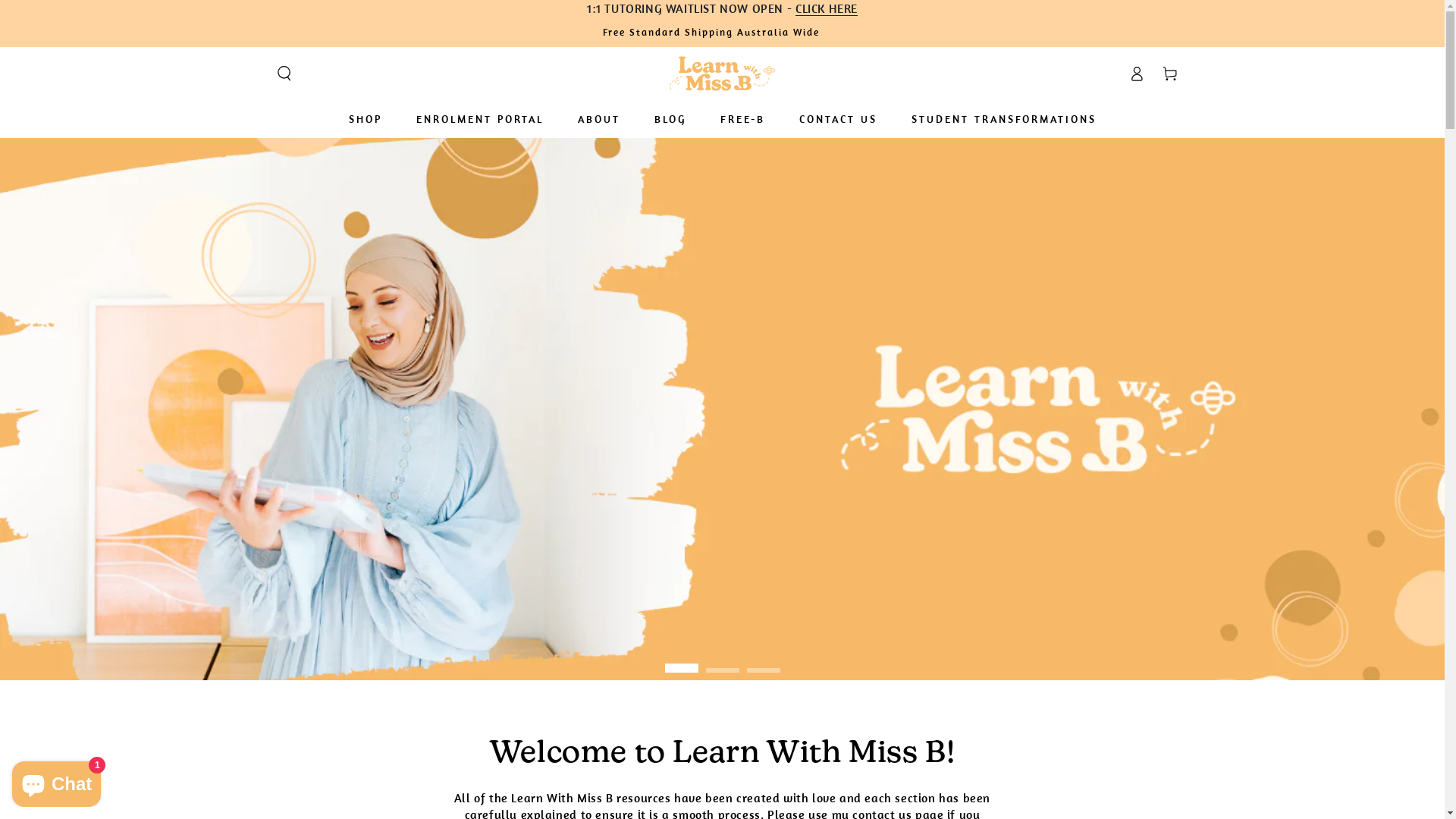 The image size is (1456, 819). I want to click on 'SHOP', so click(336, 118).